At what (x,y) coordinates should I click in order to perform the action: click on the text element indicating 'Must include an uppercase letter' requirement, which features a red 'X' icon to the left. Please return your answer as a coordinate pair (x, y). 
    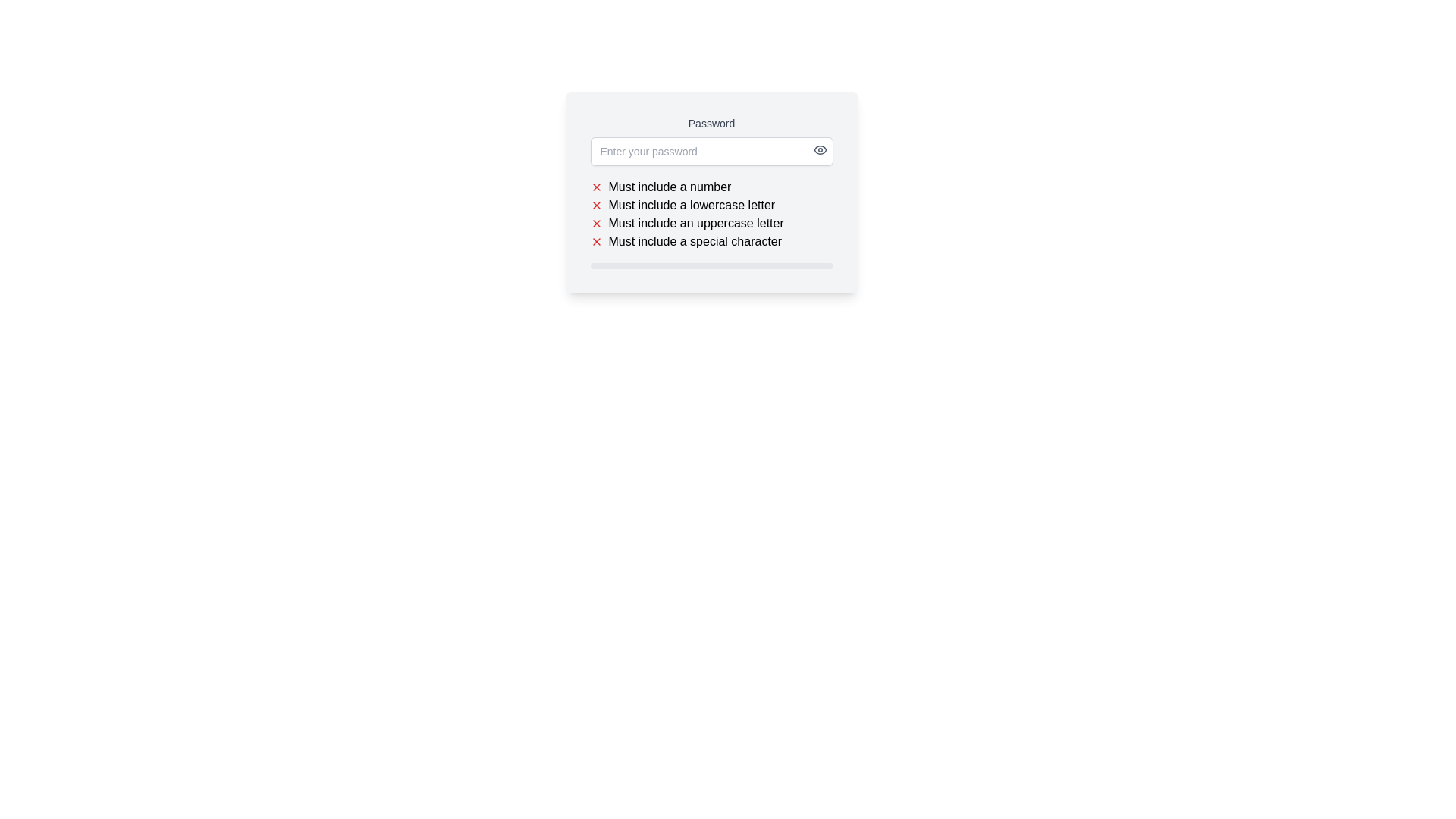
    Looking at the image, I should click on (711, 223).